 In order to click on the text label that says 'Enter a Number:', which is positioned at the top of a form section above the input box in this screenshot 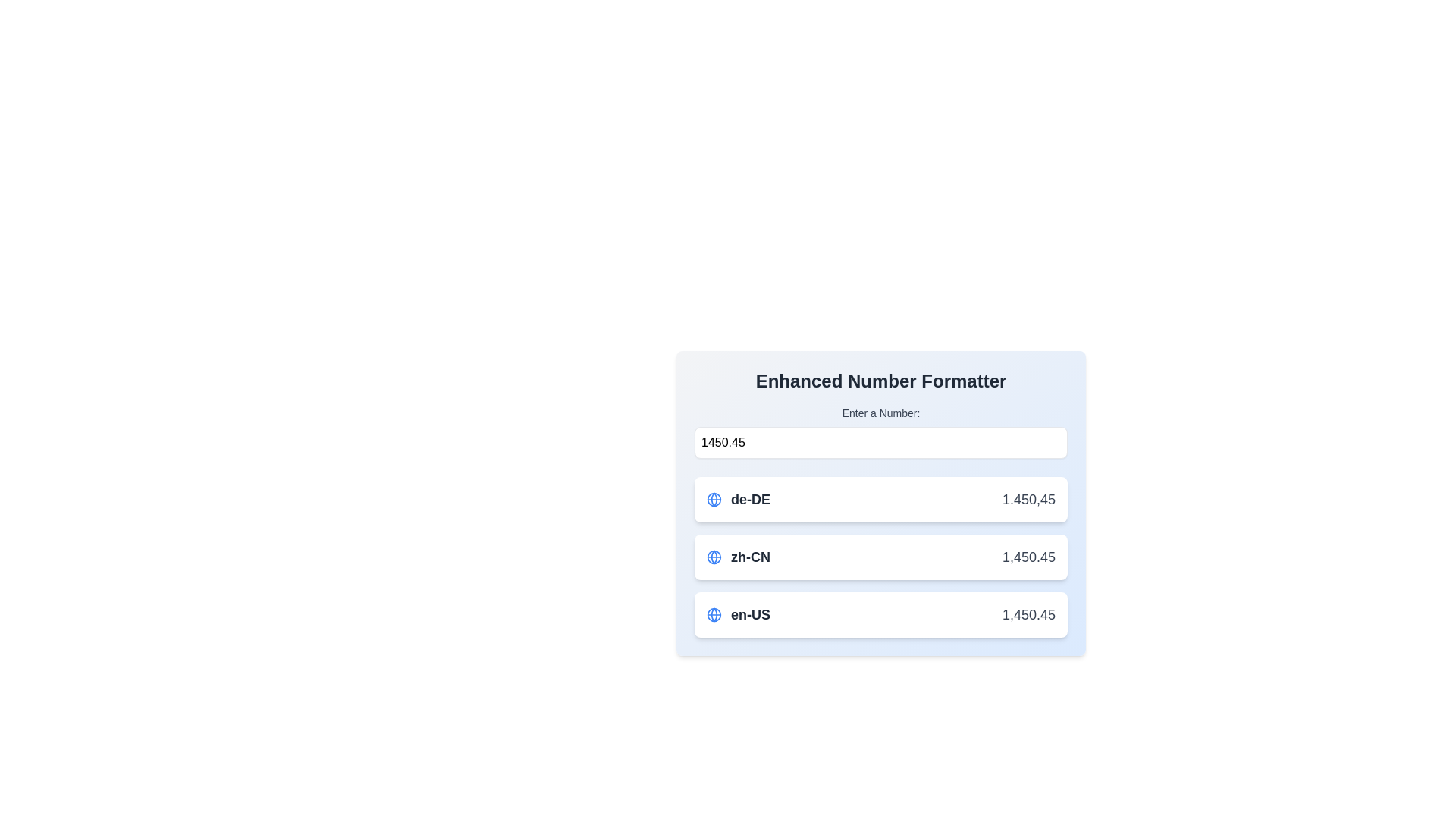, I will do `click(880, 413)`.